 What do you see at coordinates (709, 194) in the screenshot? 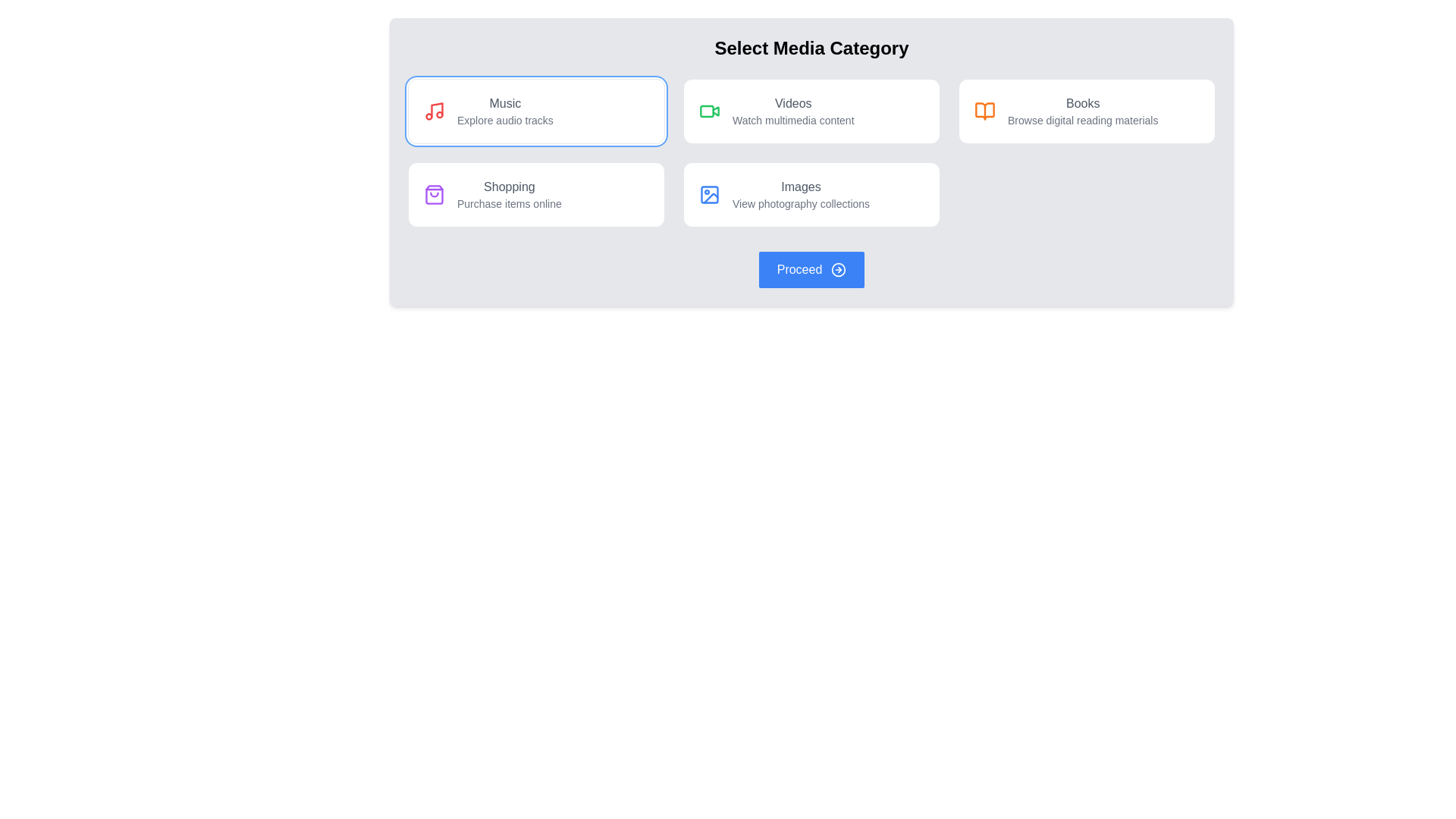
I see `the rectangular shape with rounded corners located in the 'Images' category icon group, positioned towards the bottom right and adjacent to 'Shopping'` at bounding box center [709, 194].